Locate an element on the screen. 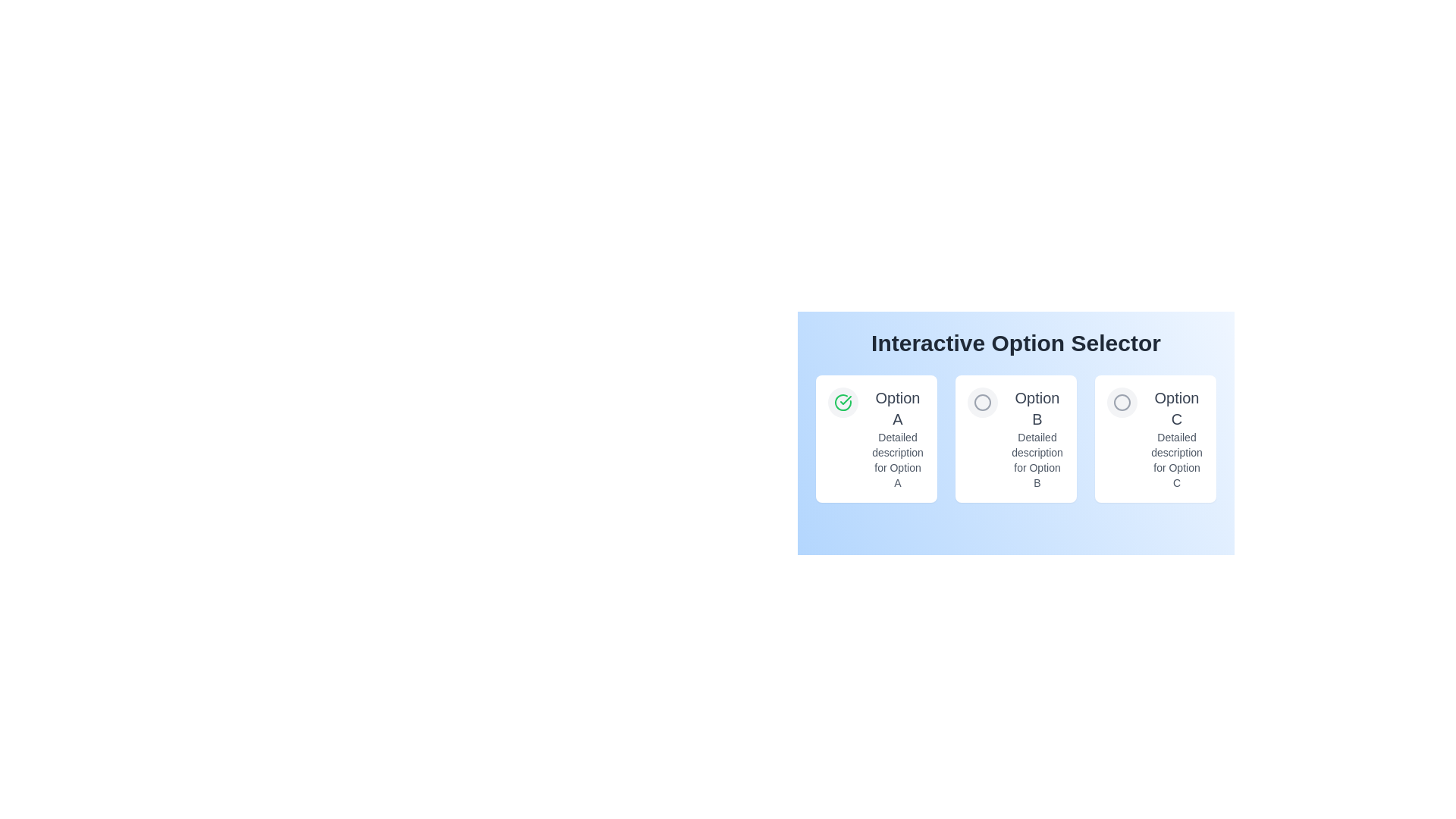 The image size is (1456, 819). the radio button for 'Option C' is located at coordinates (1122, 402).